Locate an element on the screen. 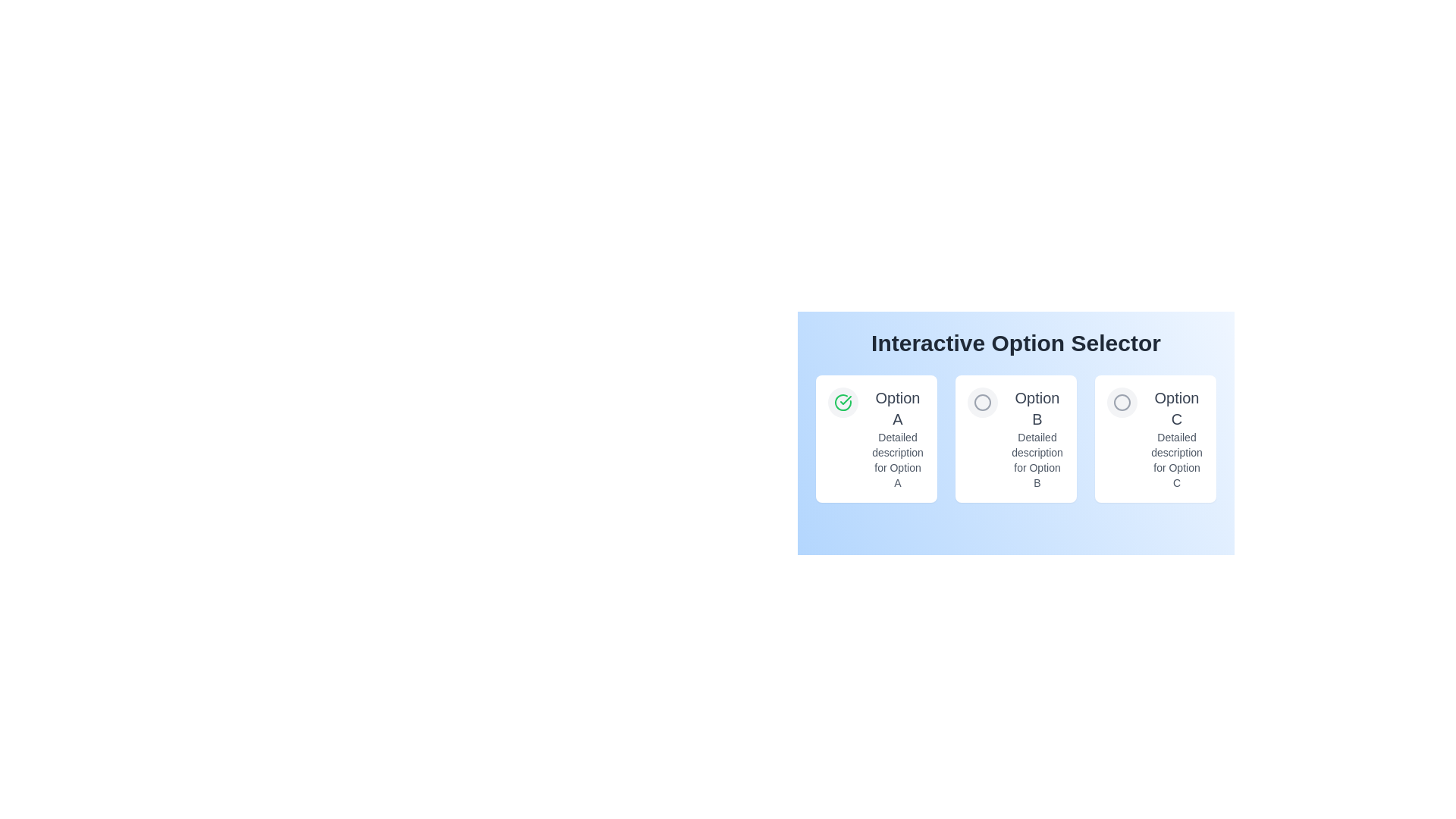 The image size is (1456, 819). the radio button for 'Option C' is located at coordinates (1122, 402).